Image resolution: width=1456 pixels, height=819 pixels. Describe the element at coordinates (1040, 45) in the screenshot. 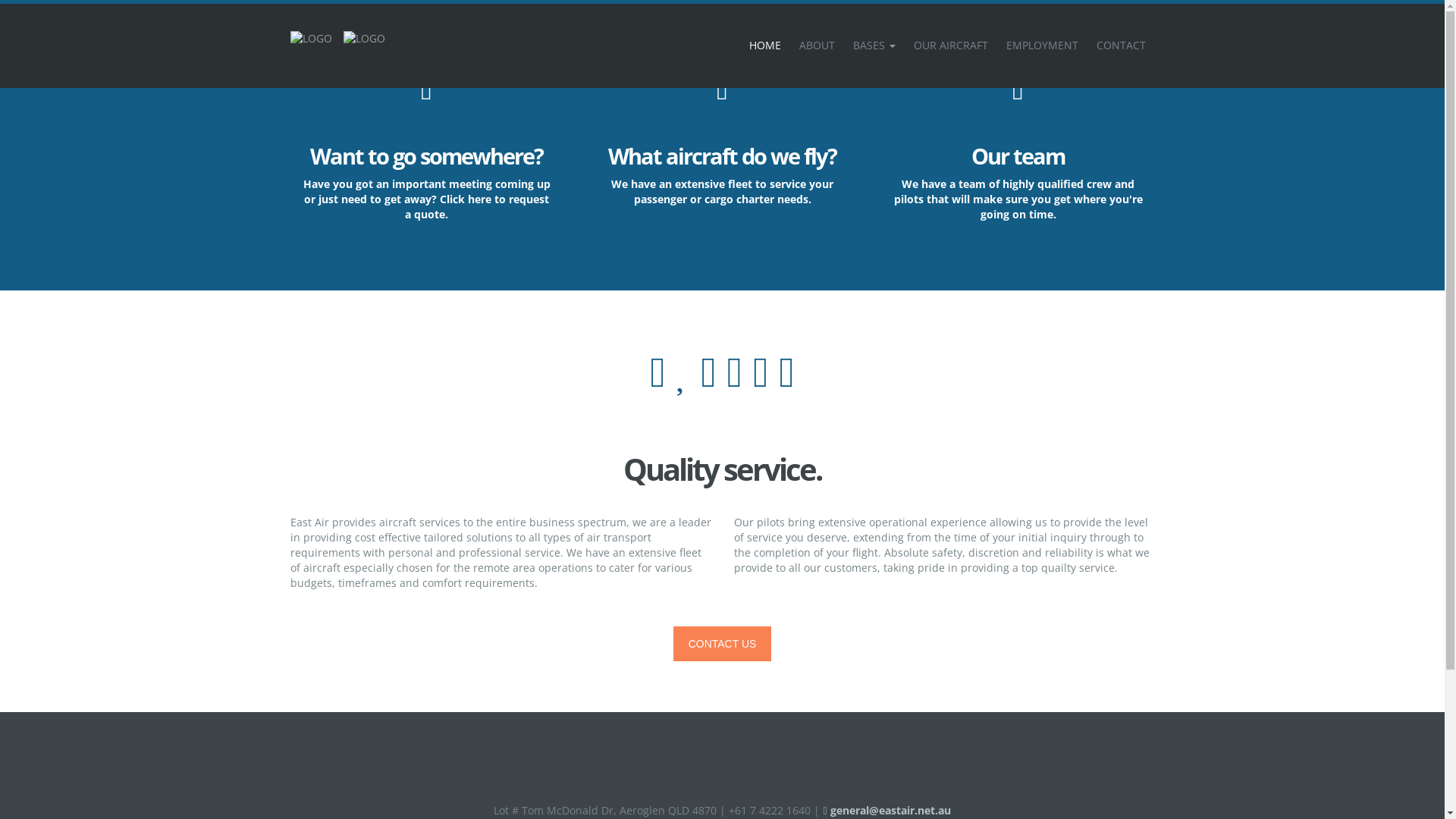

I see `'EMPLOYMENT'` at that location.